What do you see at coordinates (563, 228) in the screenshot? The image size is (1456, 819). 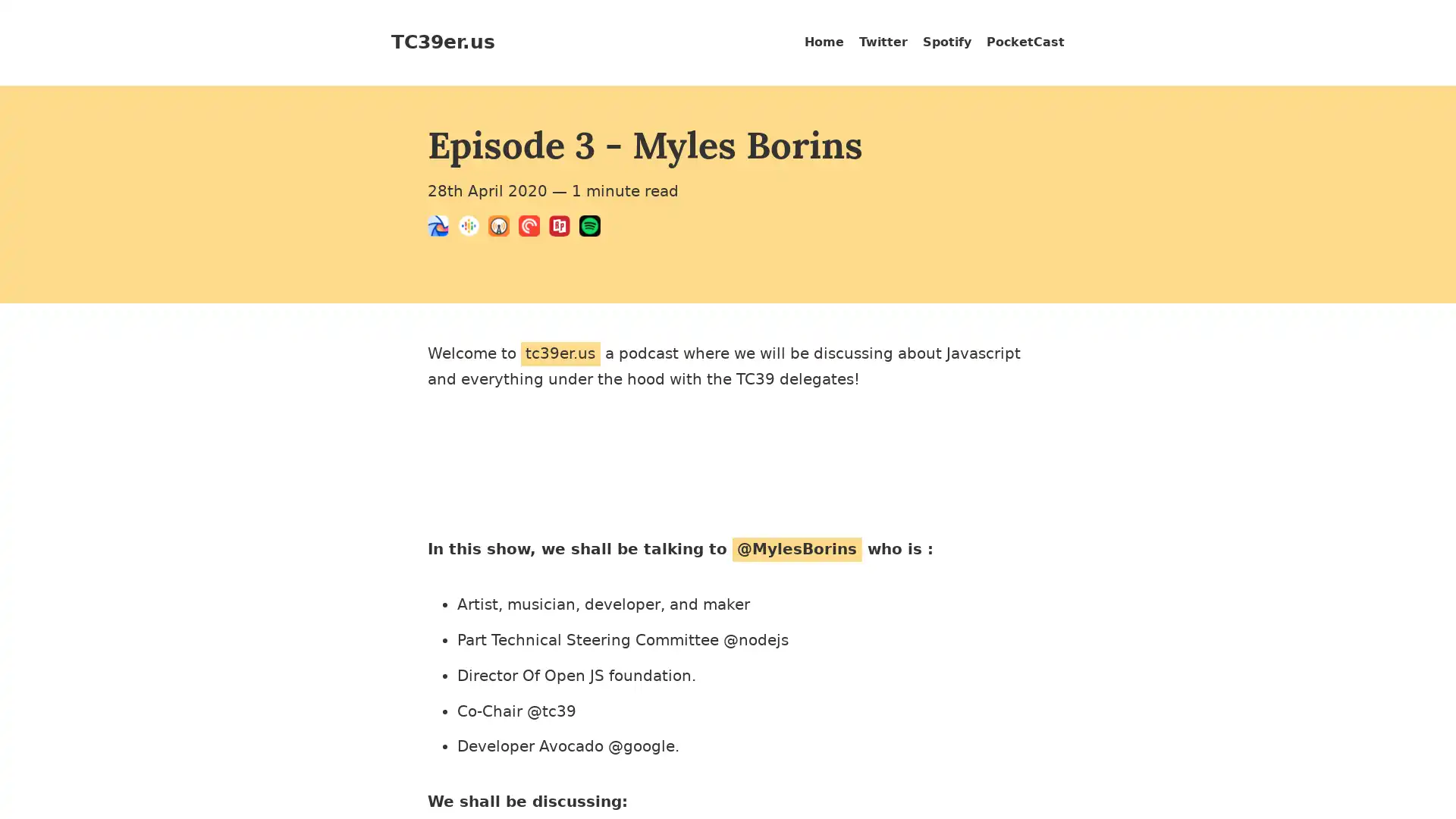 I see `RadioPublic Logo` at bounding box center [563, 228].